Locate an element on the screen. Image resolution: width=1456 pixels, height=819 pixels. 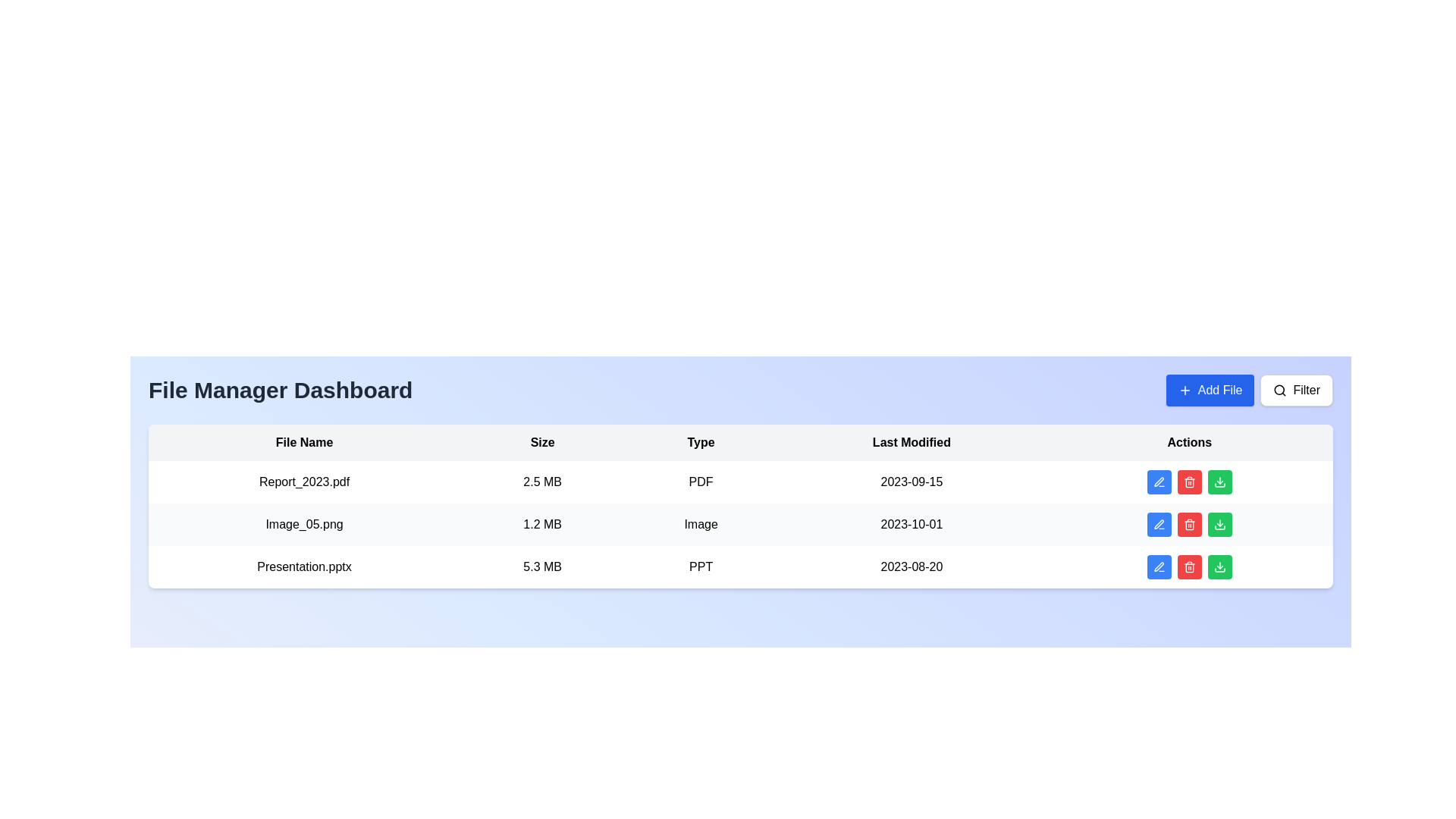
keyboard navigation is located at coordinates (1249, 390).